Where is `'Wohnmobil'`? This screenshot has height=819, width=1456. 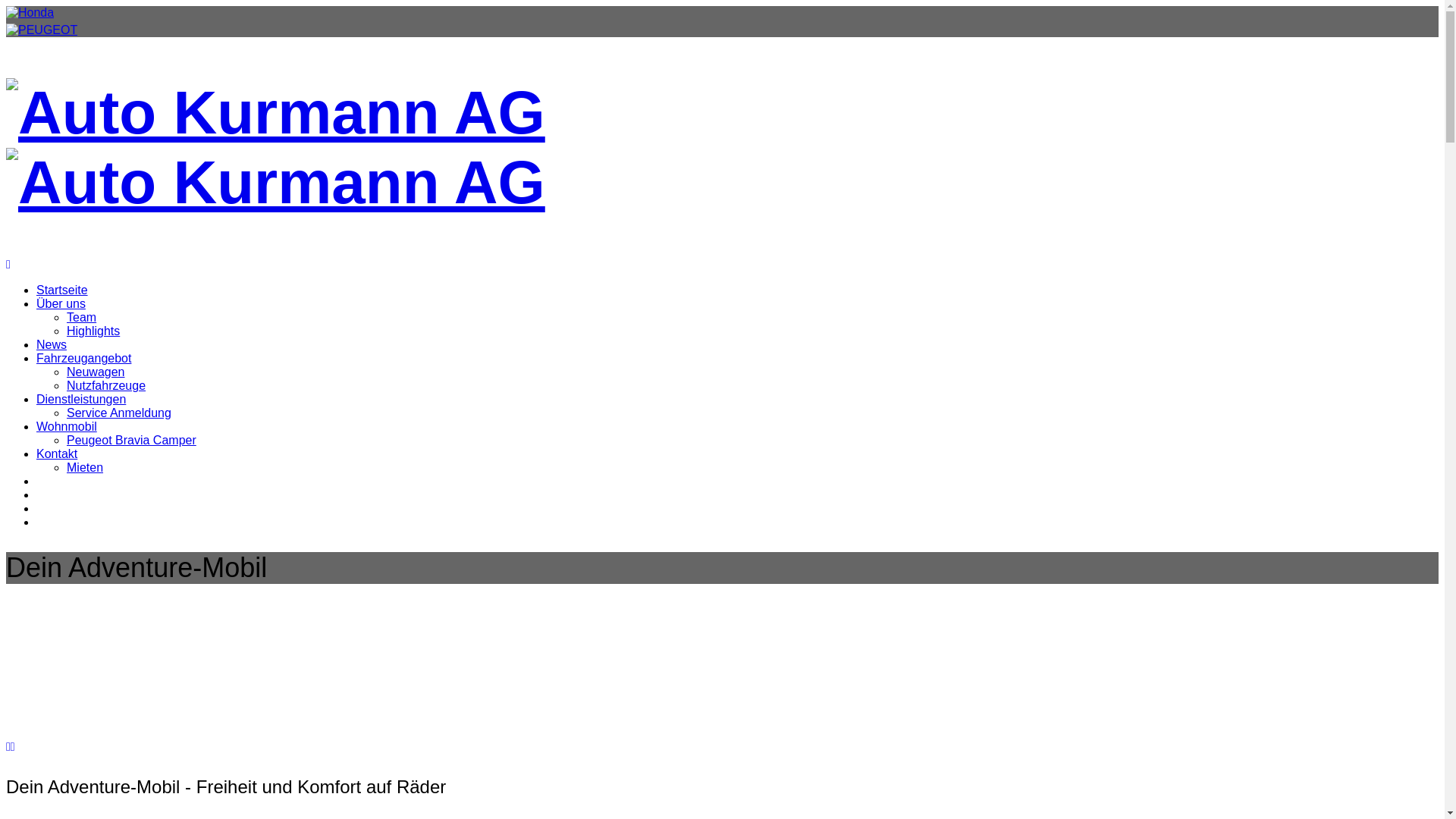
'Wohnmobil' is located at coordinates (65, 426).